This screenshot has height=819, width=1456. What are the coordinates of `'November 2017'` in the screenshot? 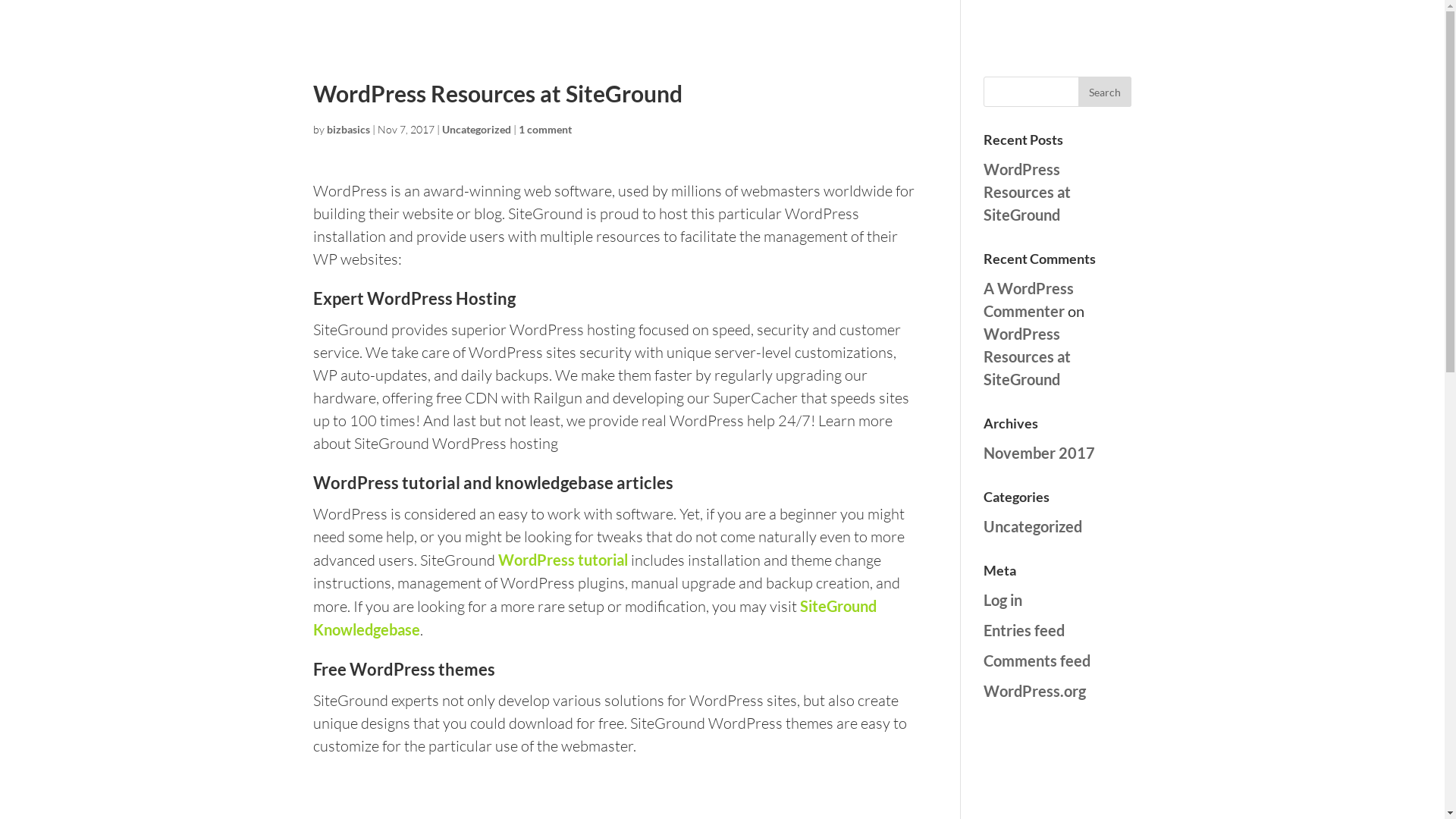 It's located at (1038, 452).